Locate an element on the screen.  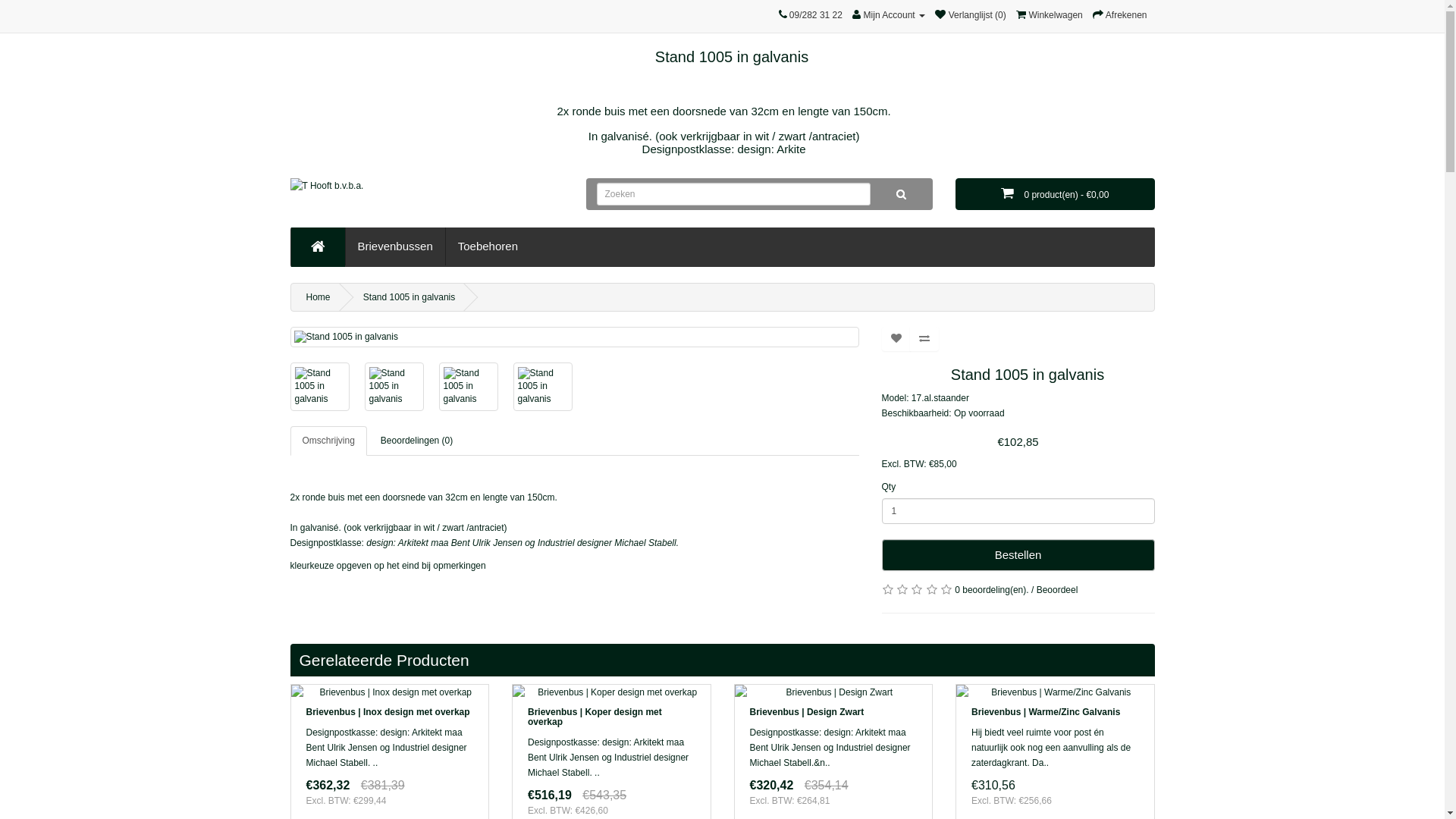
'Toebehoren' is located at coordinates (488, 245).